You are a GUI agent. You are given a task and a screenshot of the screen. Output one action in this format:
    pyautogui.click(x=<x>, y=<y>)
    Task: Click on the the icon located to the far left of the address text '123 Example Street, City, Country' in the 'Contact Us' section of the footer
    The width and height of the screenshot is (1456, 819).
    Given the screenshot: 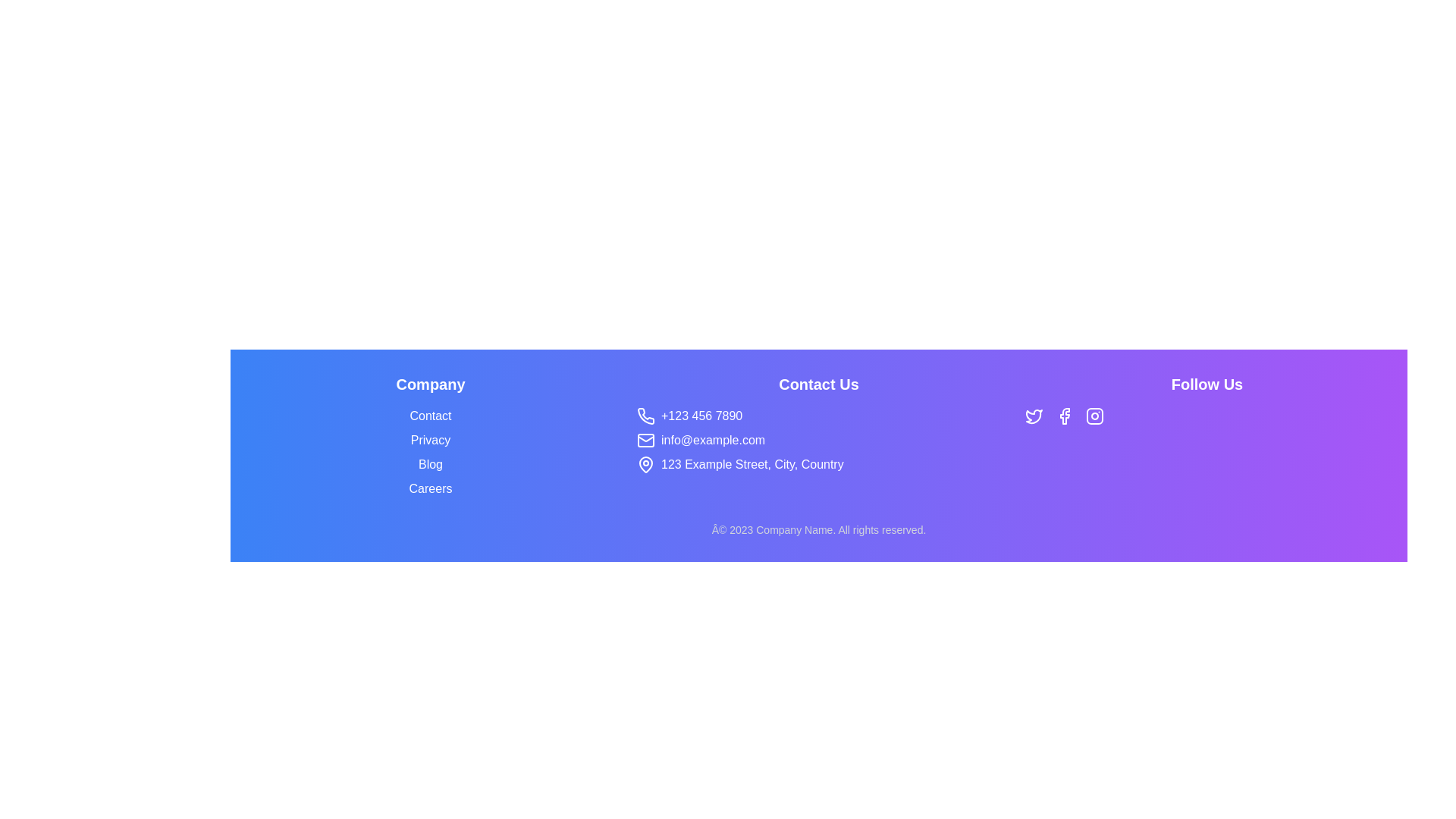 What is the action you would take?
    pyautogui.click(x=645, y=464)
    